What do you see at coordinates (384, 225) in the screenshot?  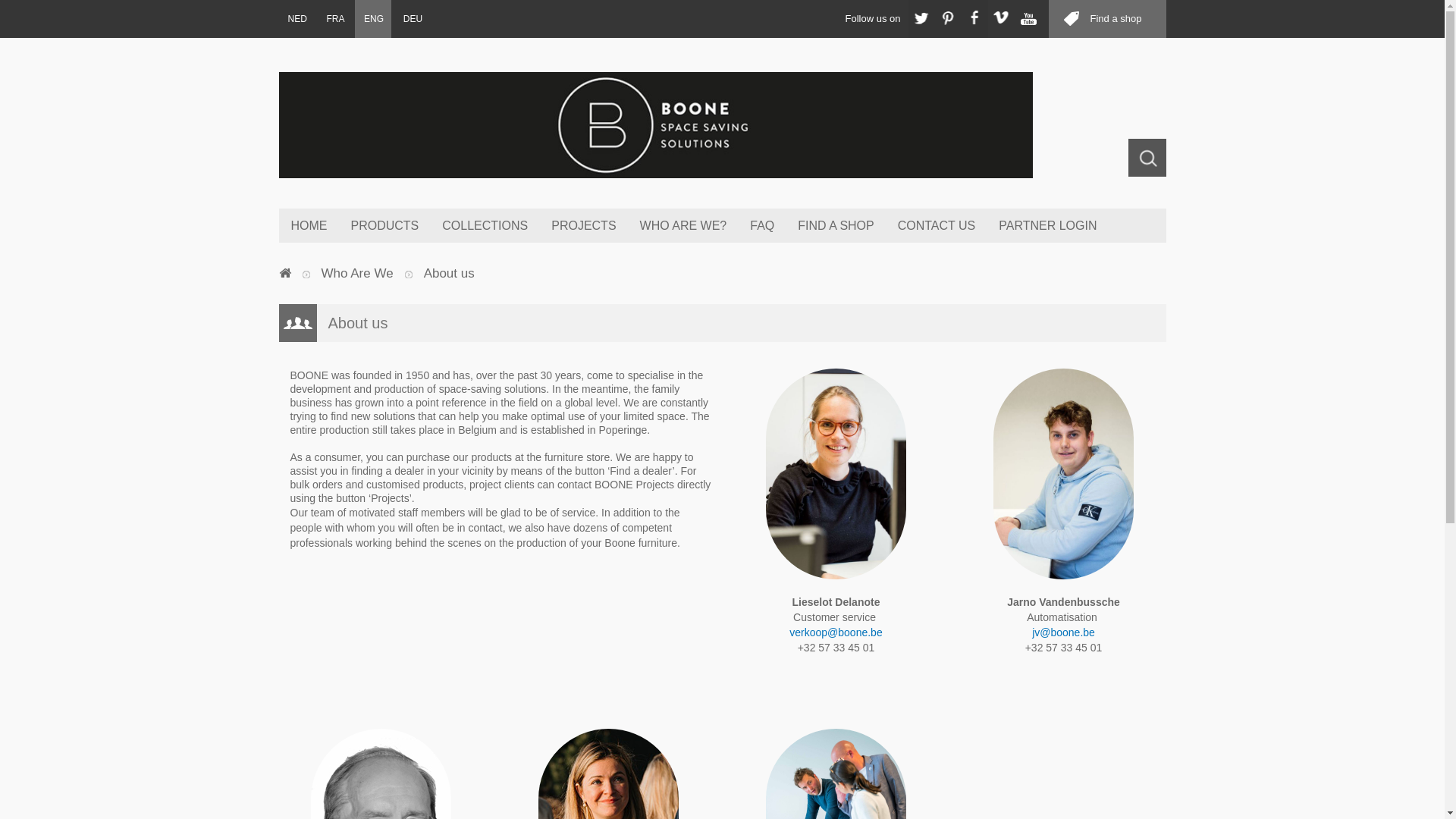 I see `'PRODUCTS'` at bounding box center [384, 225].